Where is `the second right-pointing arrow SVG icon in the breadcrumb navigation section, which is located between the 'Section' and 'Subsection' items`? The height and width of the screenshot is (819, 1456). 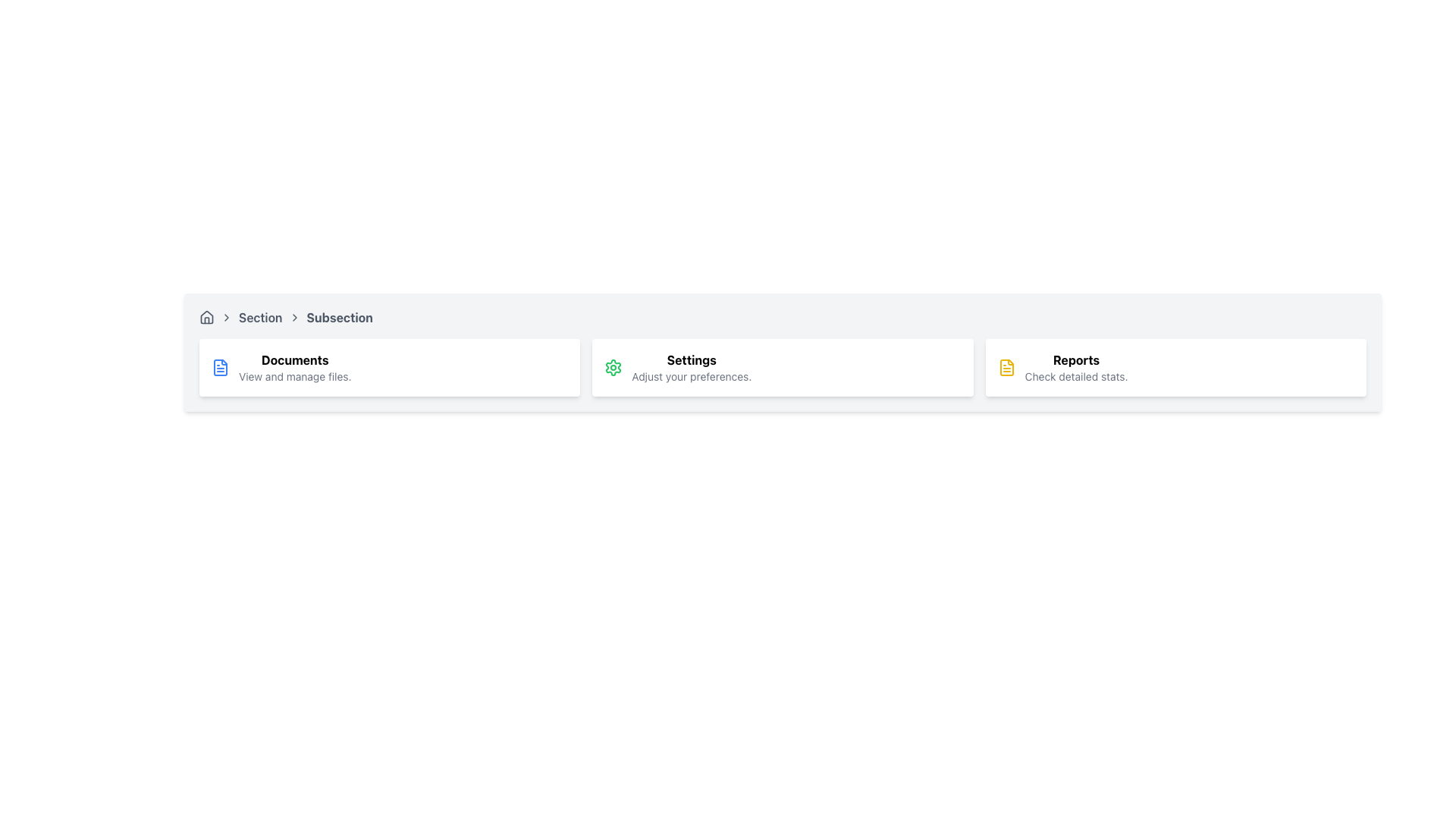 the second right-pointing arrow SVG icon in the breadcrumb navigation section, which is located between the 'Section' and 'Subsection' items is located at coordinates (294, 317).